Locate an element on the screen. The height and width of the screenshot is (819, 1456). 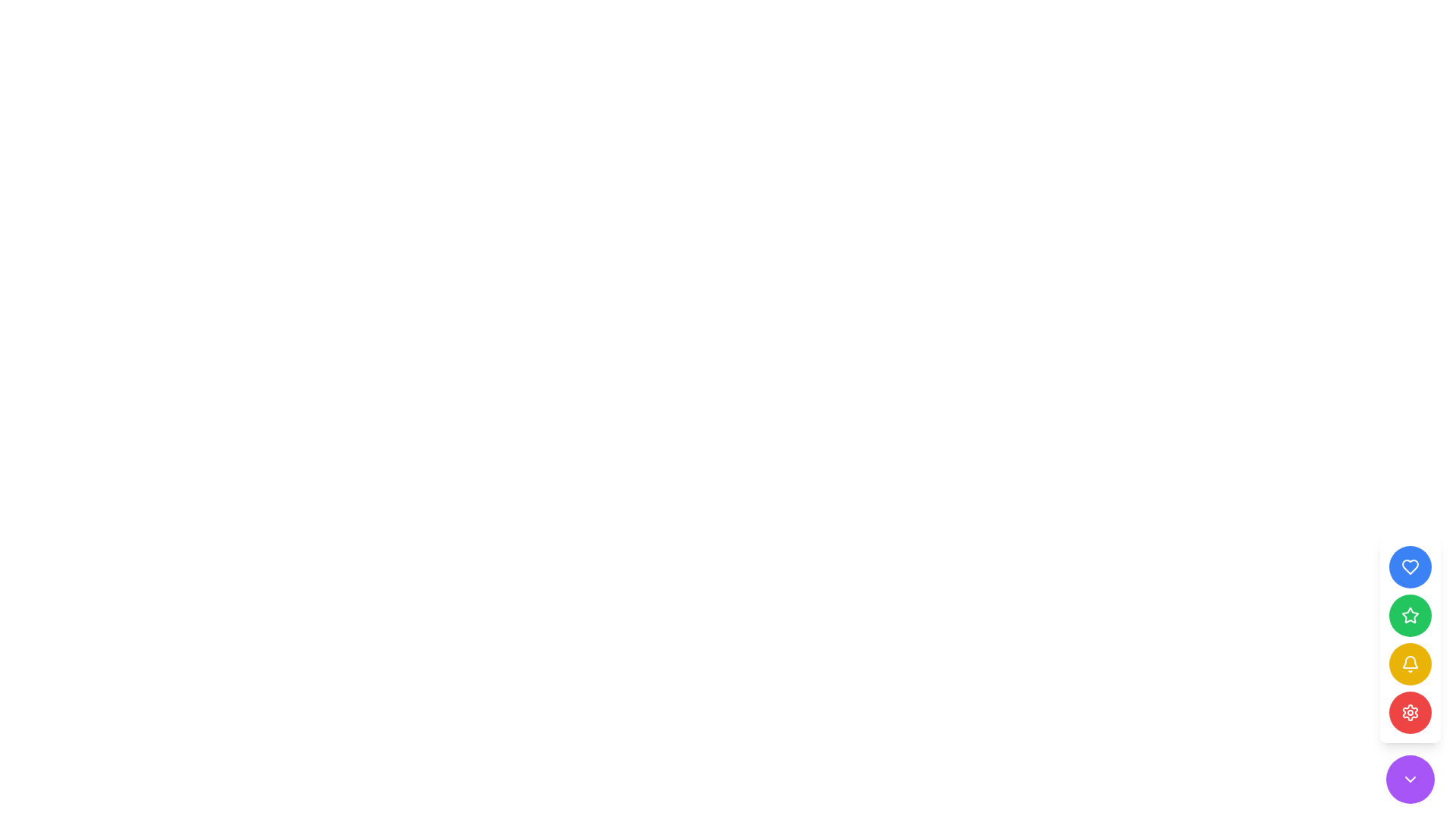
the third circular button with a bell icon on the right side of the interface is located at coordinates (1410, 663).